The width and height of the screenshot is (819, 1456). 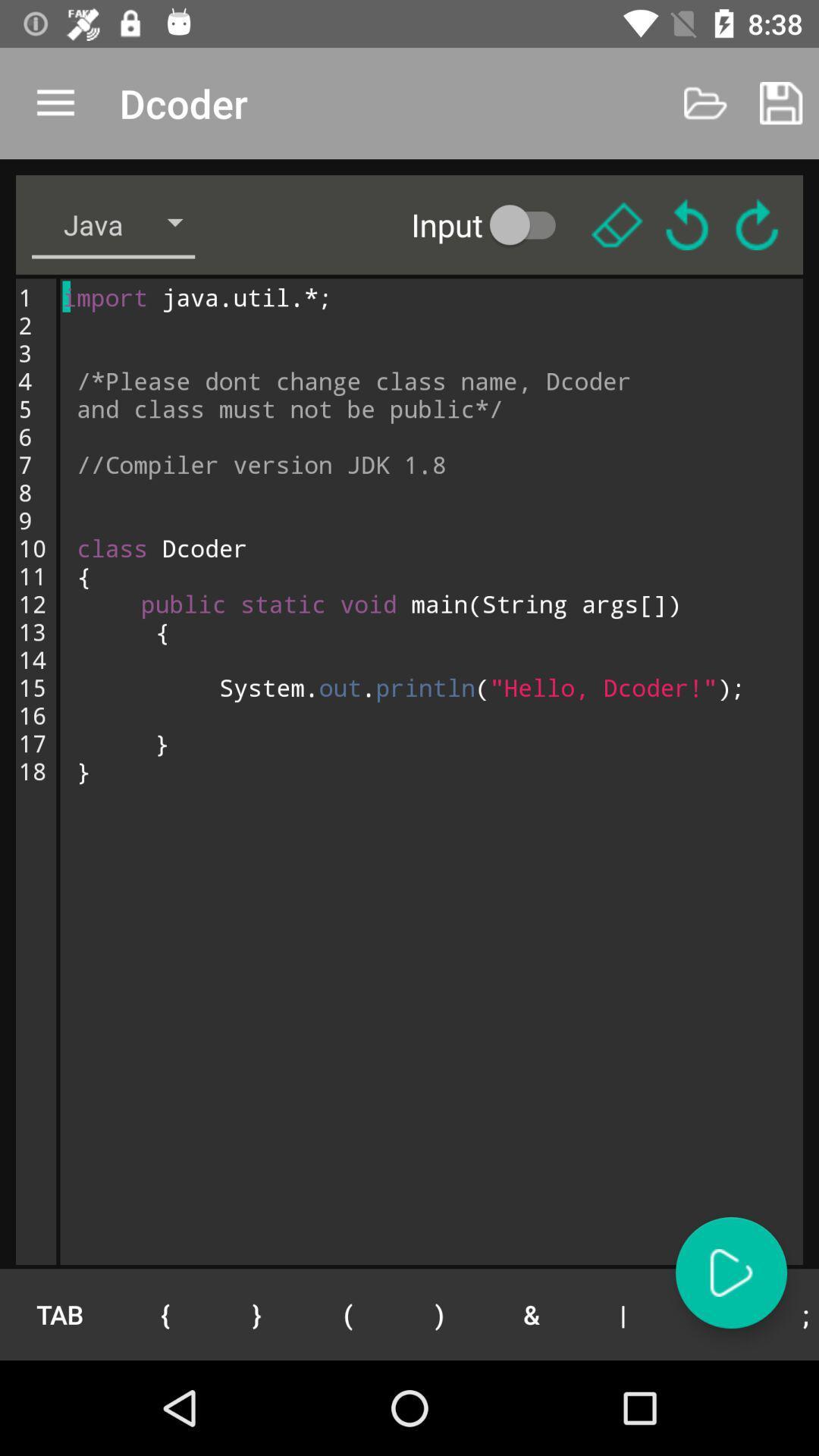 I want to click on the refresh icon, so click(x=757, y=224).